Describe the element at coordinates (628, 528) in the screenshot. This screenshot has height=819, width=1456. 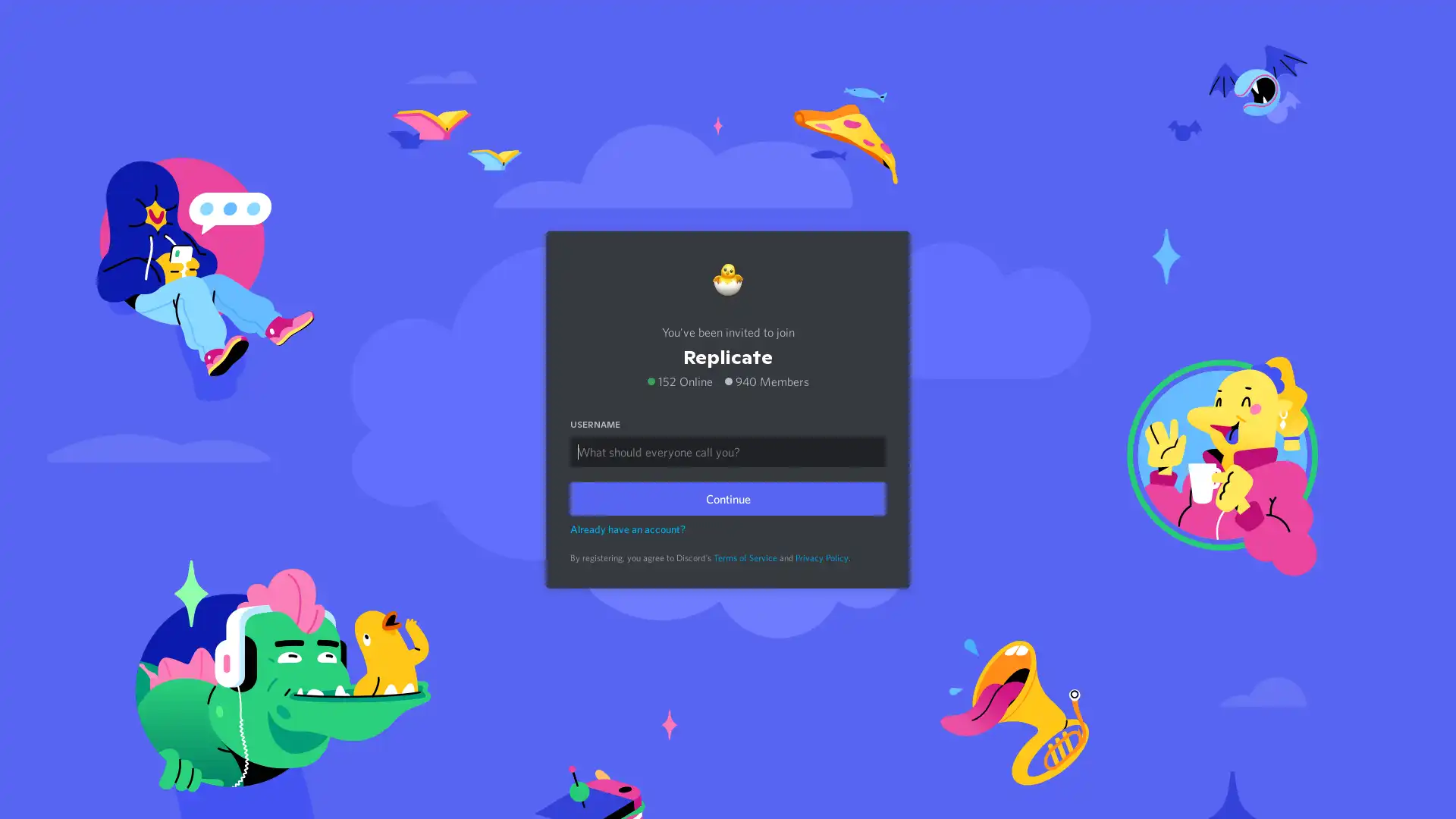
I see `Already have an account?` at that location.